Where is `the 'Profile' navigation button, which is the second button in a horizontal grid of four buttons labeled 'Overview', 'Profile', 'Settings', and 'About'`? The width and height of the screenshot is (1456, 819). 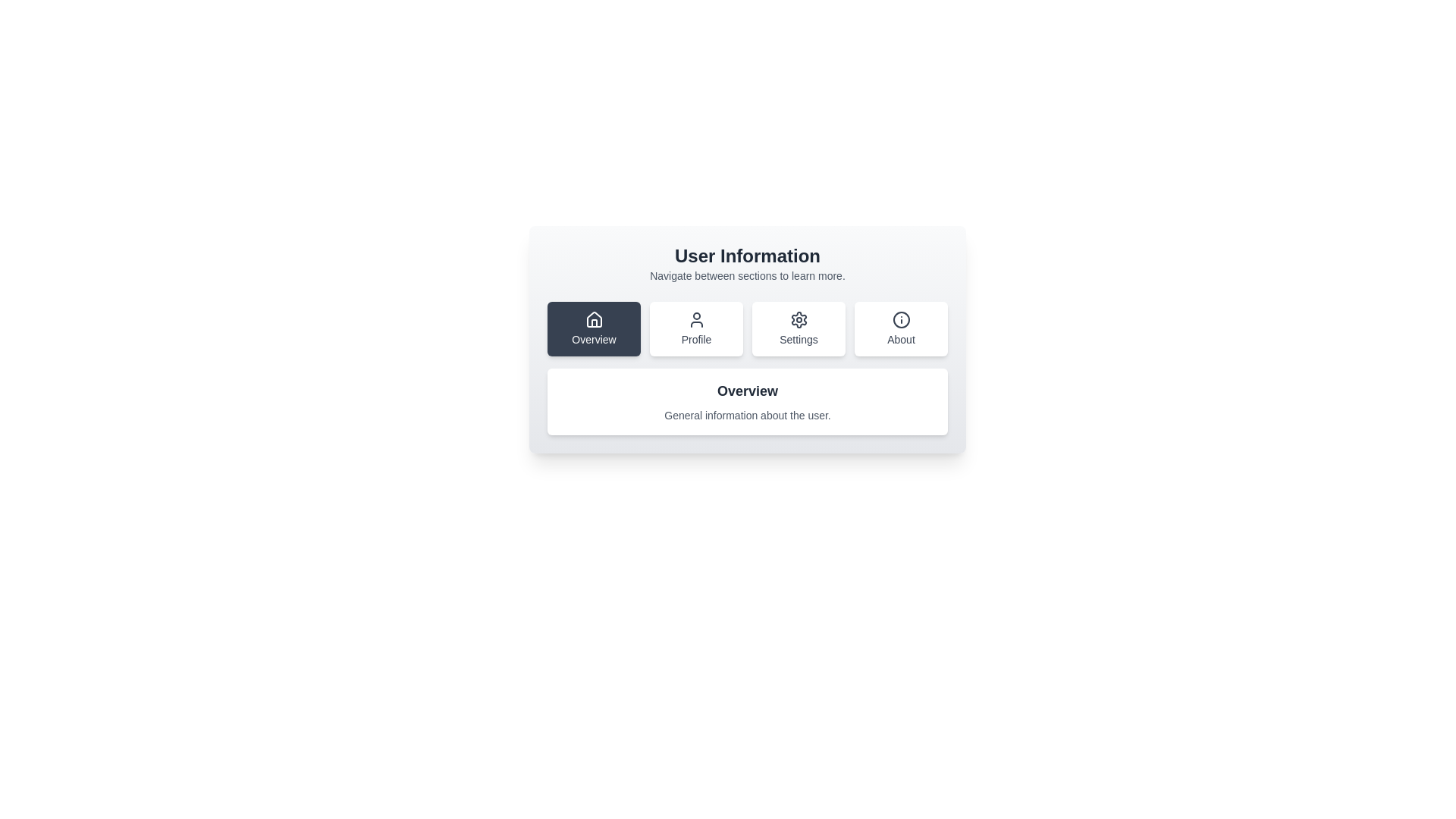 the 'Profile' navigation button, which is the second button in a horizontal grid of four buttons labeled 'Overview', 'Profile', 'Settings', and 'About' is located at coordinates (695, 328).